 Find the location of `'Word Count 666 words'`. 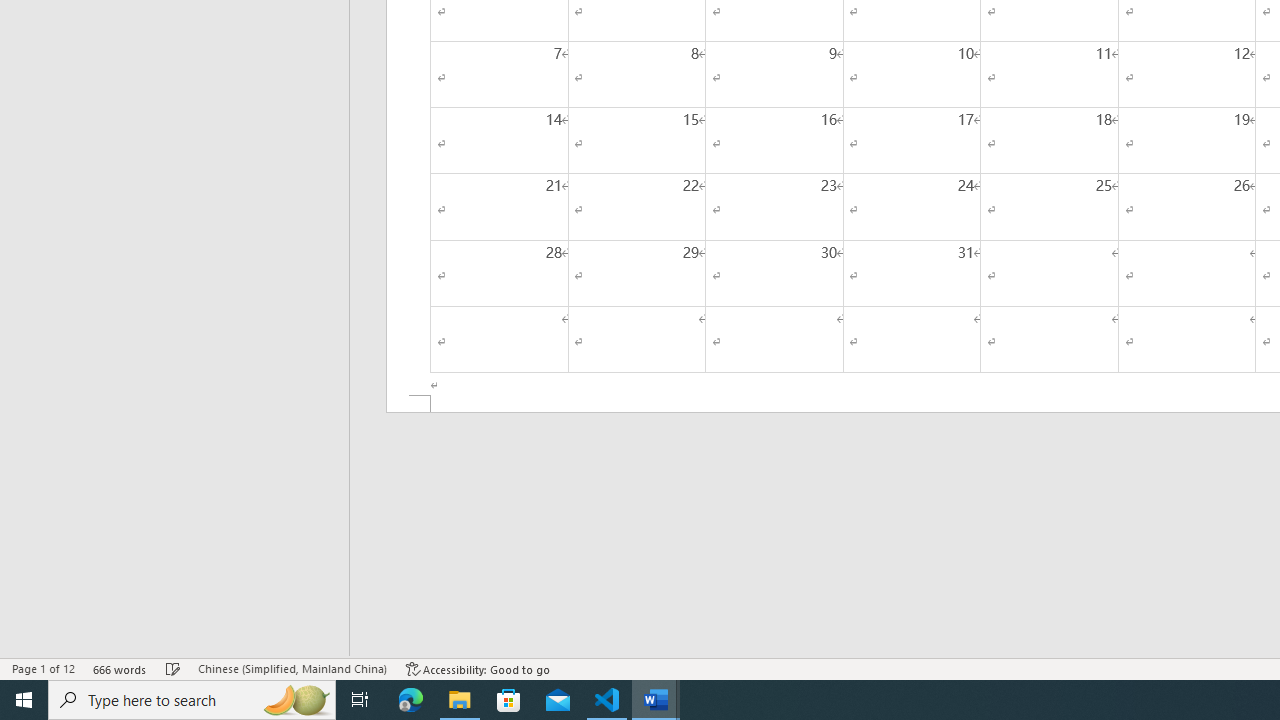

'Word Count 666 words' is located at coordinates (119, 669).